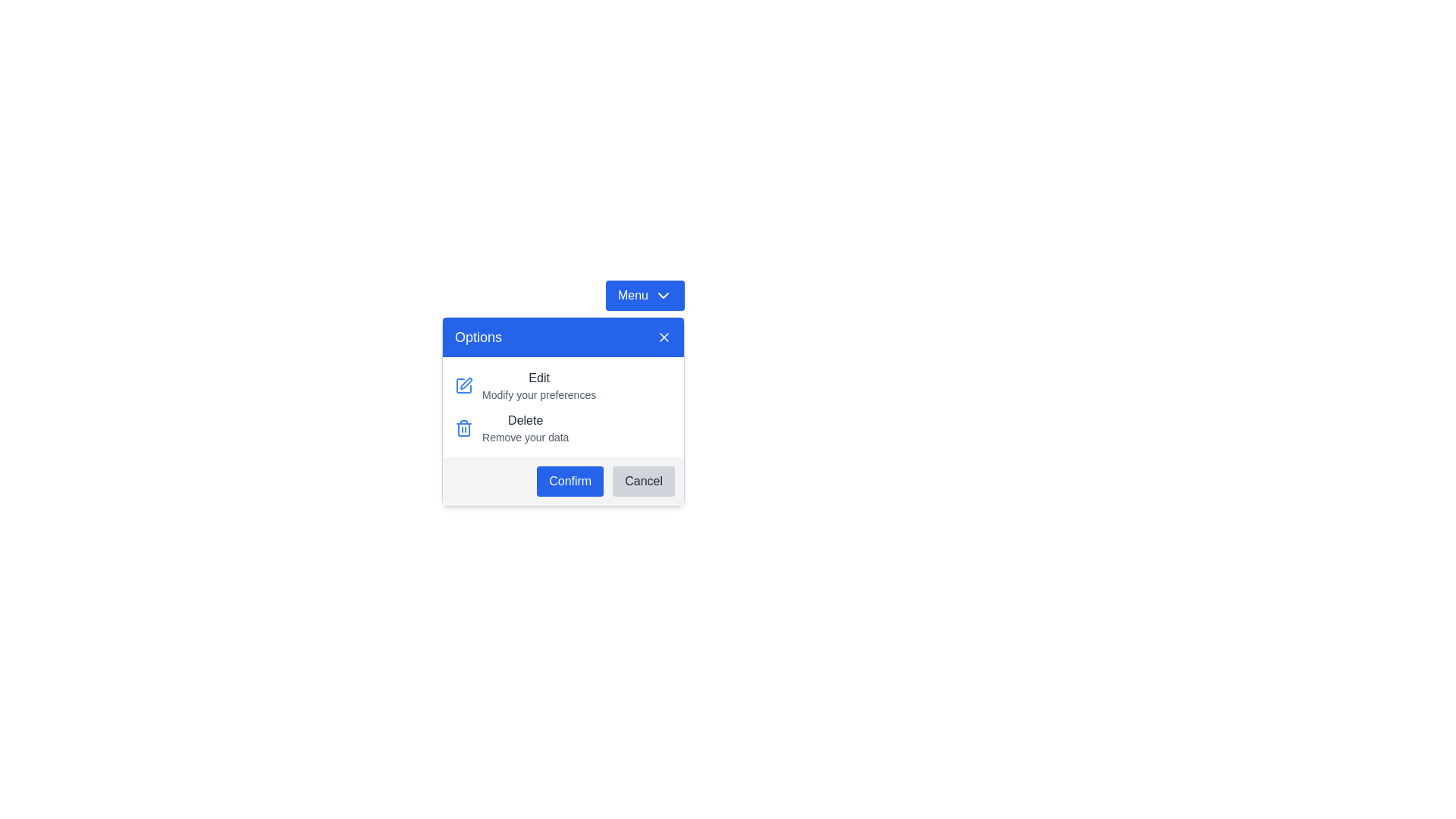 Image resolution: width=1456 pixels, height=819 pixels. What do you see at coordinates (539, 394) in the screenshot?
I see `the static text that provides additional context or instructions about editing preferences, located underneath the 'Edit' label in the 'Options' dialog box` at bounding box center [539, 394].